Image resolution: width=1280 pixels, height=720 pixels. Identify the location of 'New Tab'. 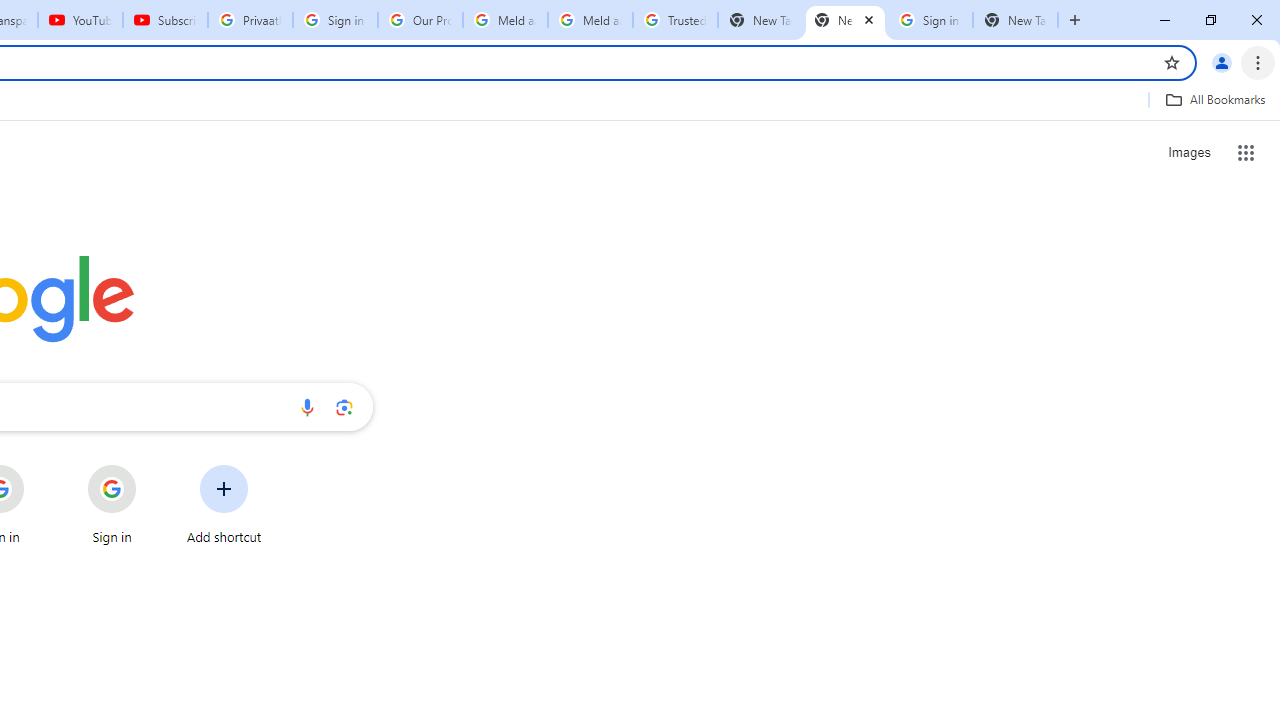
(1015, 20).